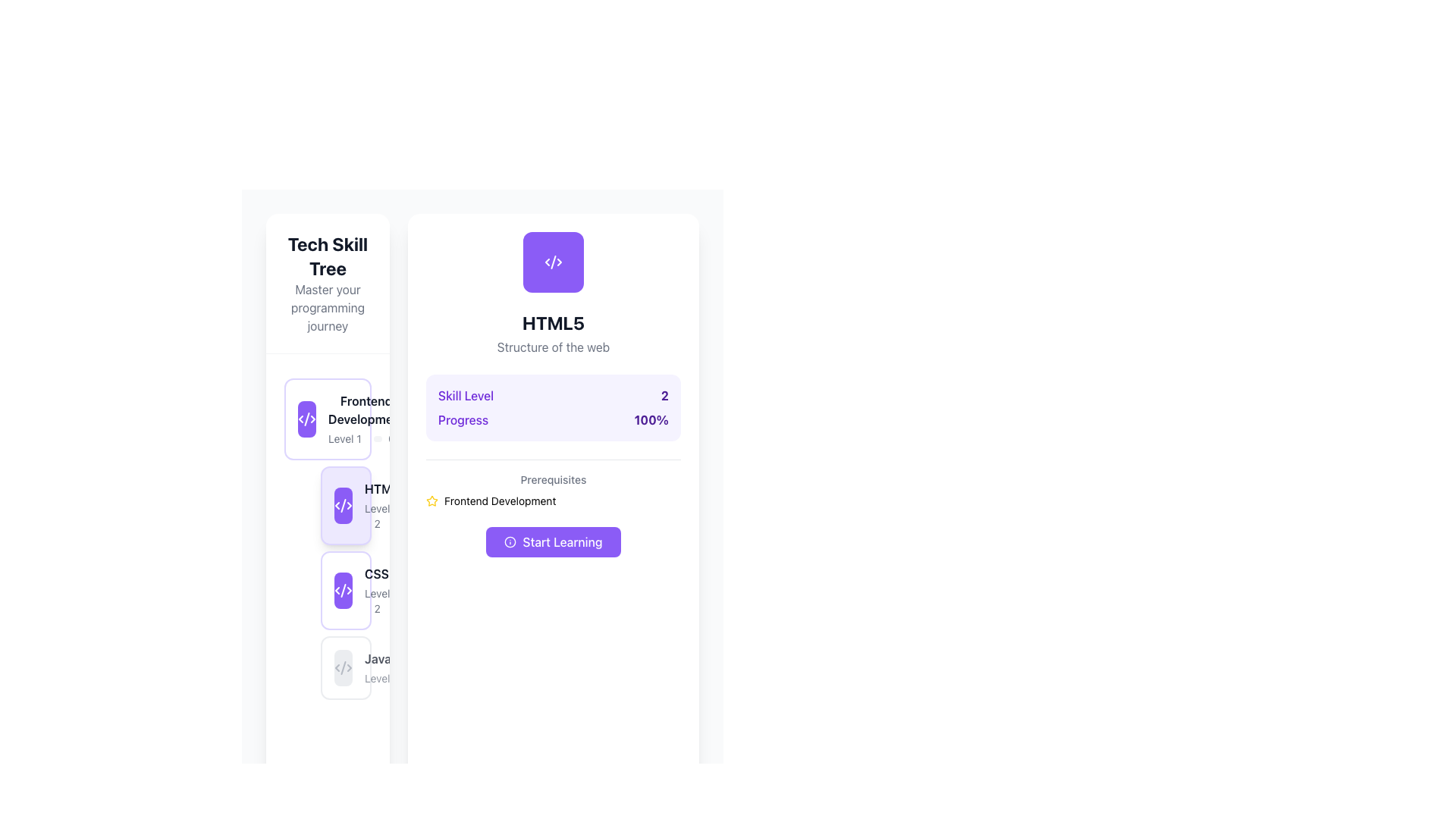 The image size is (1456, 819). What do you see at coordinates (366, 409) in the screenshot?
I see `the text label that serves as the title of a skill in the user's Tech Skill Tree, located inside the first skill card from the top` at bounding box center [366, 409].